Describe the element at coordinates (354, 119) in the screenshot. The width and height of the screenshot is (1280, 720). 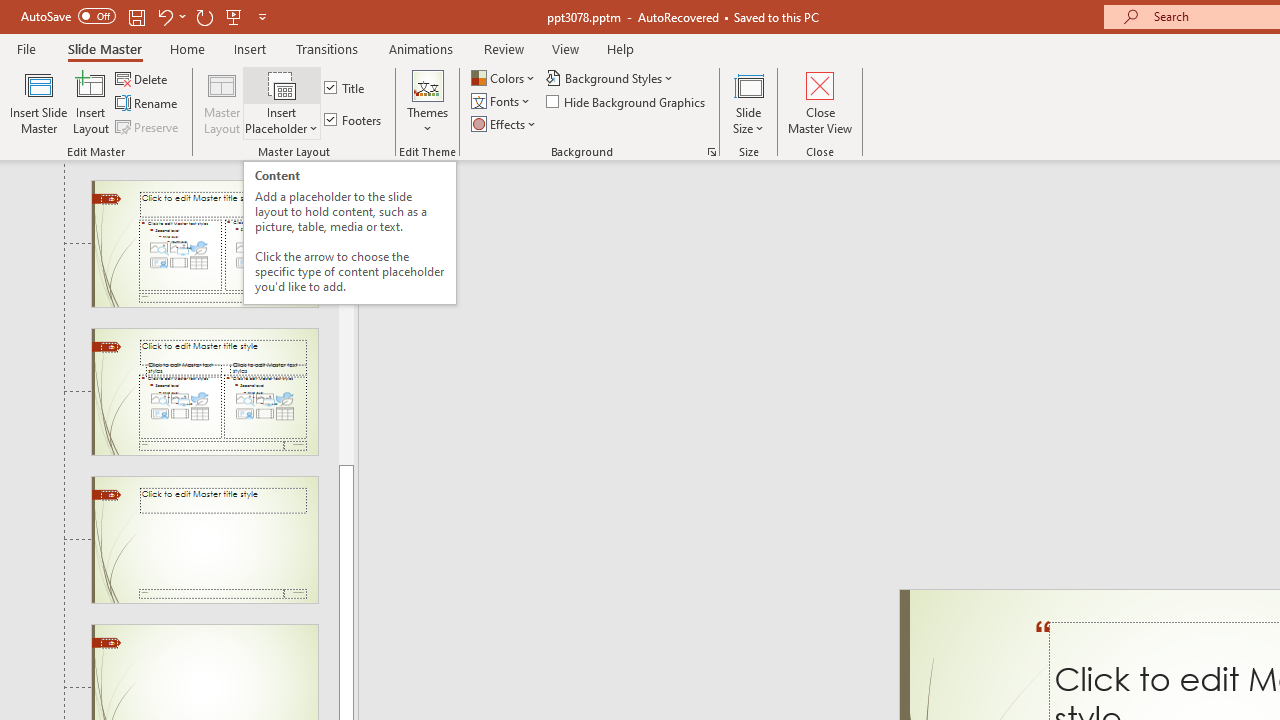
I see `'Footers'` at that location.